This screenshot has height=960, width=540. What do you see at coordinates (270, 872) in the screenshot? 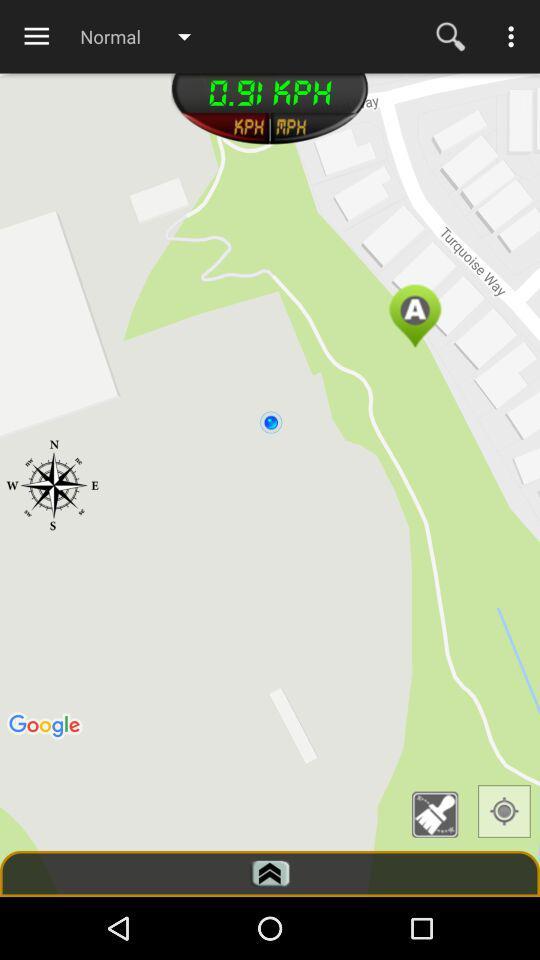
I see `the icon at the bottom of the page` at bounding box center [270, 872].